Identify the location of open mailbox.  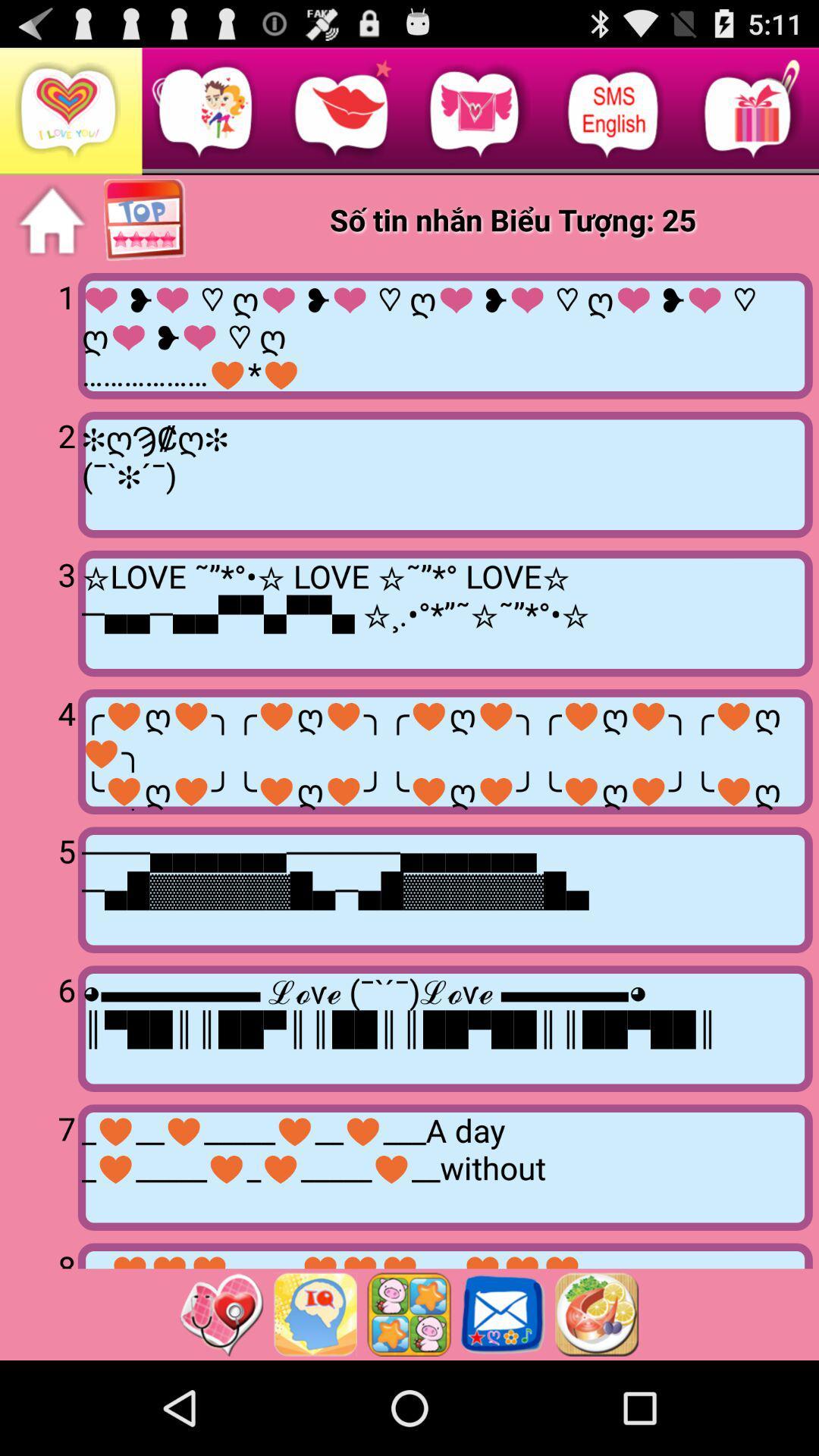
(503, 1313).